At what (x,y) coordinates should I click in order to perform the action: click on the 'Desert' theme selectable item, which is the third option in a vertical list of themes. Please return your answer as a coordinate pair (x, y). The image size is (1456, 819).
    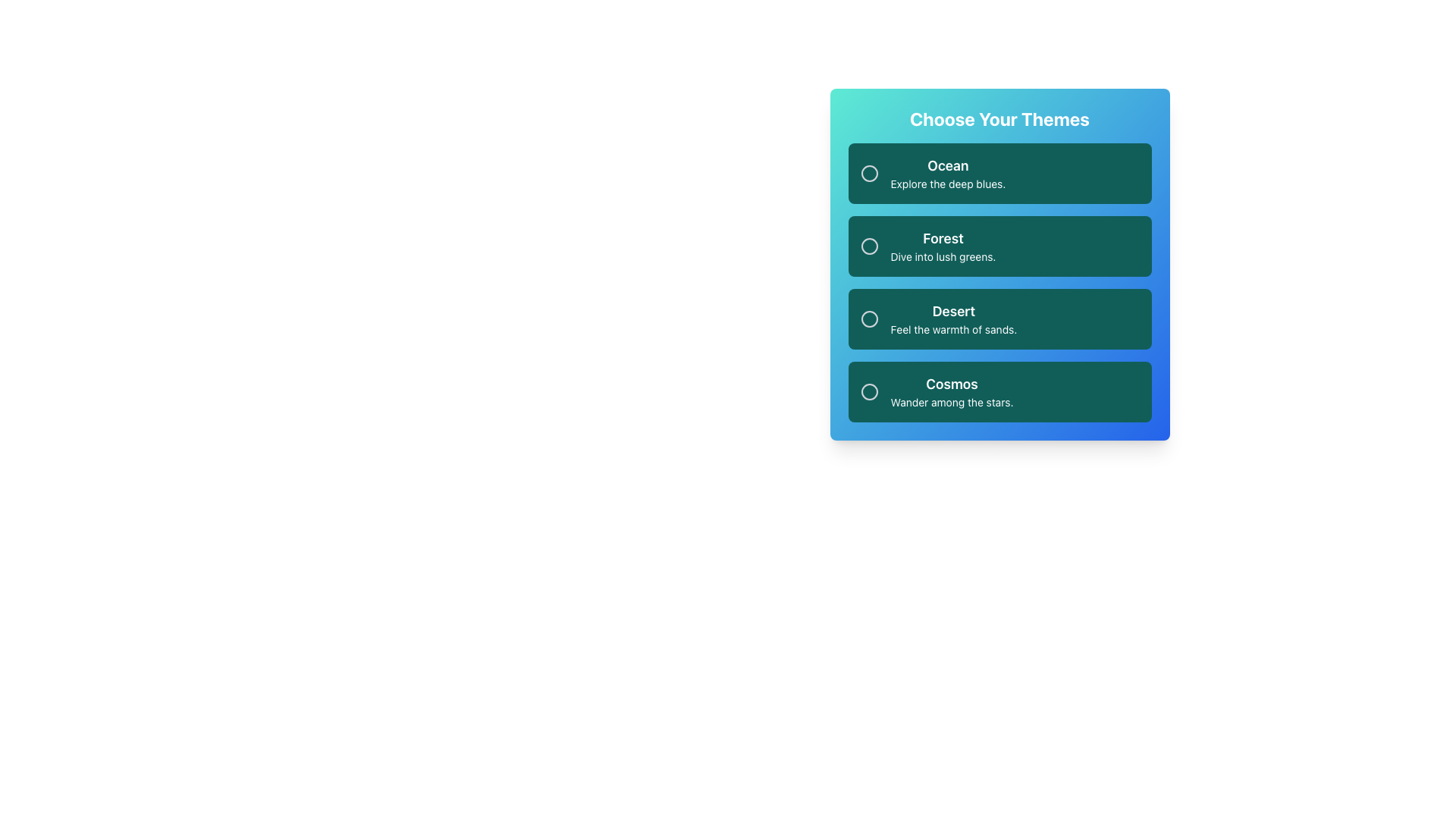
    Looking at the image, I should click on (999, 318).